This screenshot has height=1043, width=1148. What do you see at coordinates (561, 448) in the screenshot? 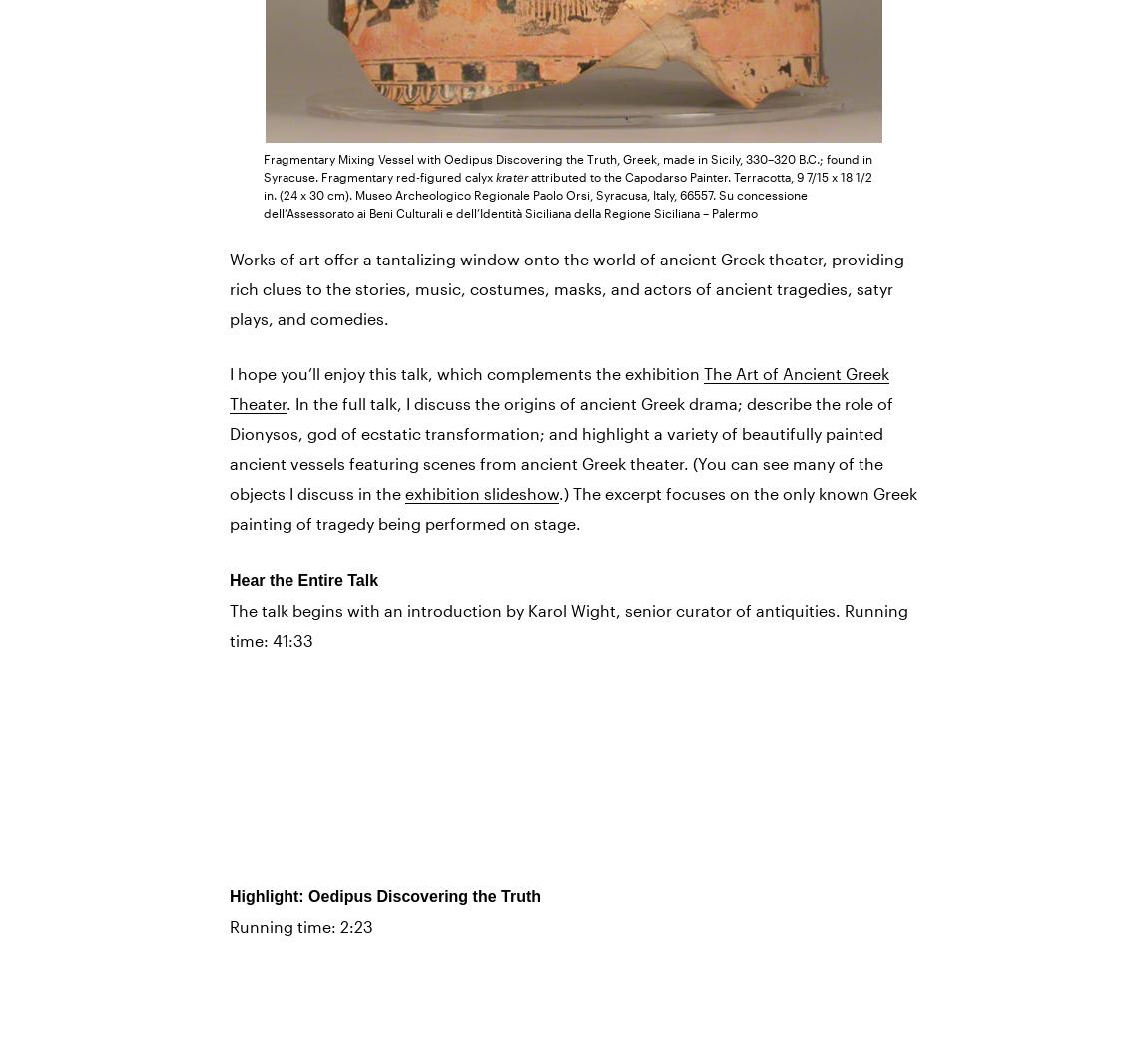
I see `'. In the full talk, I discuss the origins of ancient Greek drama; describe the role of Dionysos, god of ecstatic transformation; and highlight a variety of beautifully painted ancient vessels featuring scenes from ancient Greek theater. (You can see many of the objects I discuss in the'` at bounding box center [561, 448].